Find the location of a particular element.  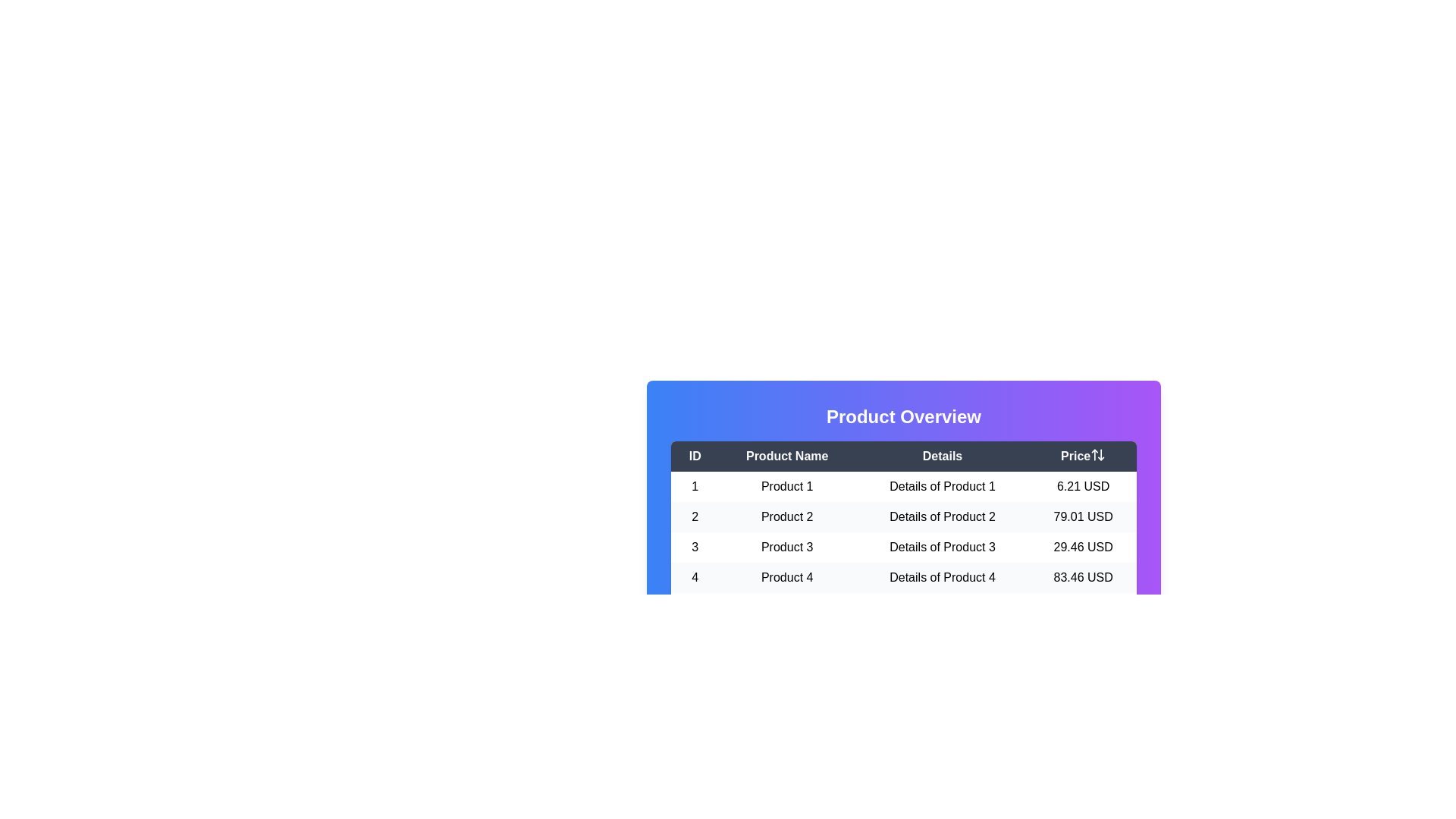

the row corresponding to 2 is located at coordinates (903, 516).